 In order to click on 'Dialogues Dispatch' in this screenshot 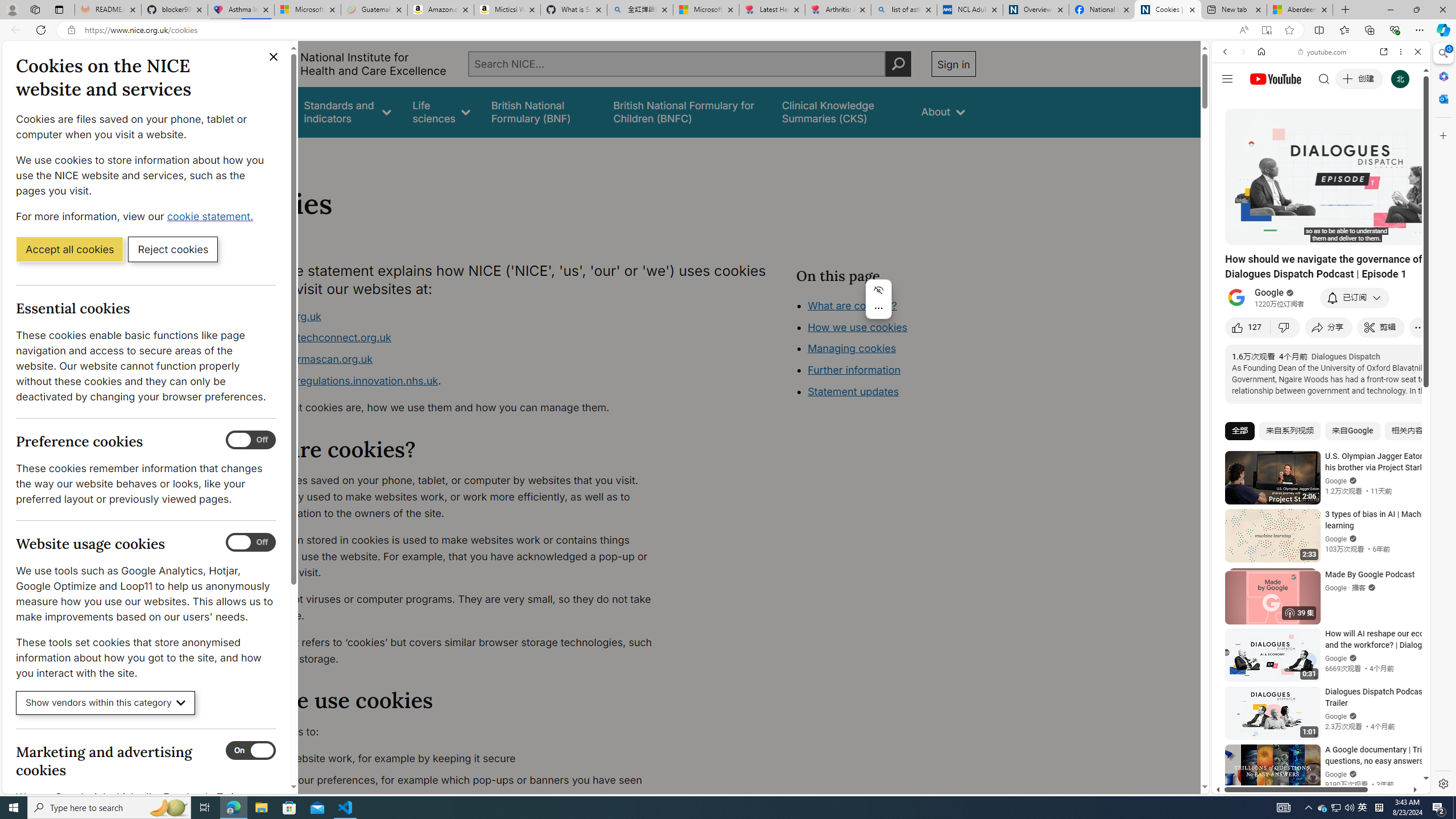, I will do `click(1345, 357)`.